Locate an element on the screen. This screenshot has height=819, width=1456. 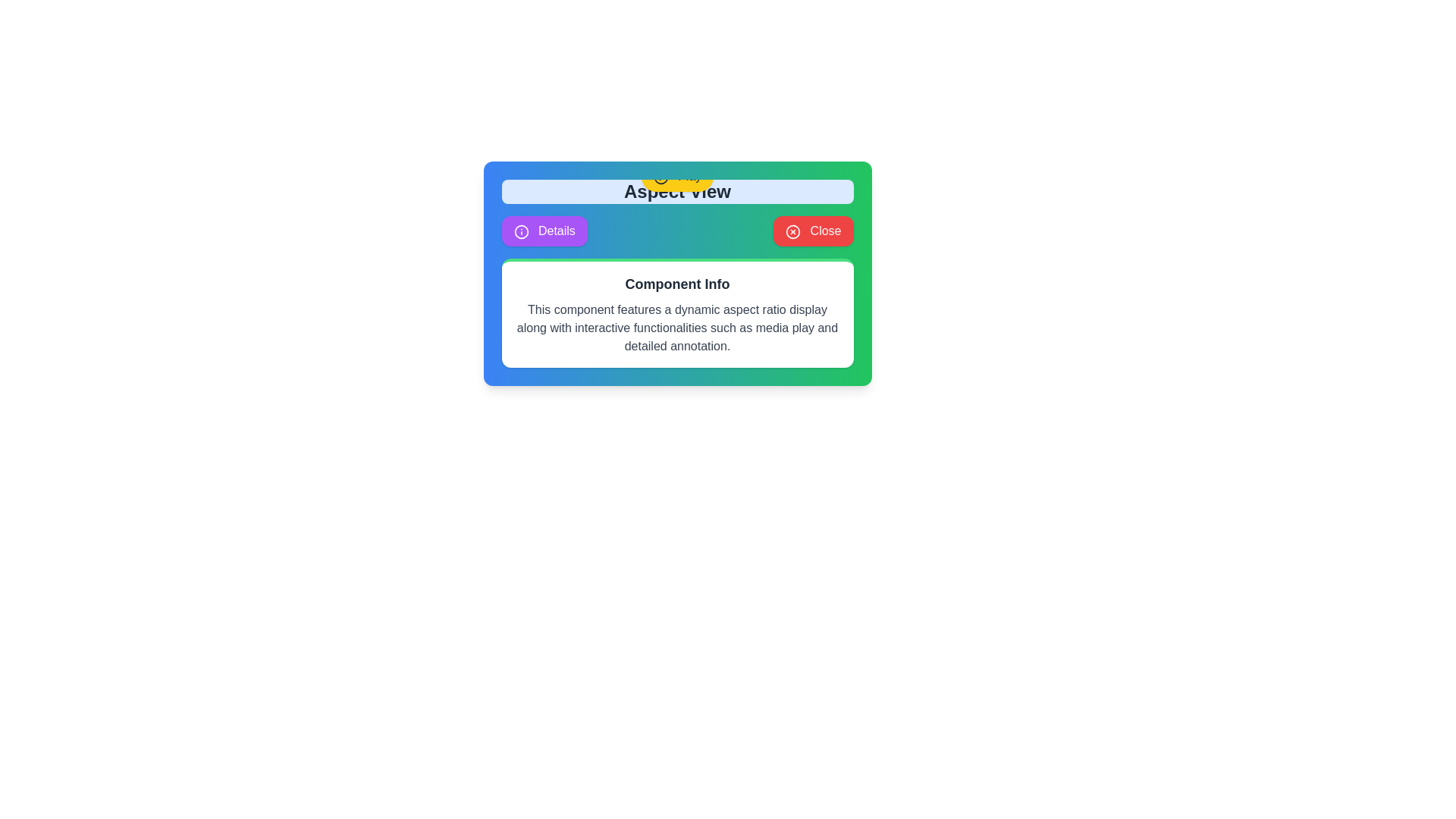
the circular SVG component that visually represents the information icon, located next to the 'Details' button is located at coordinates (521, 231).